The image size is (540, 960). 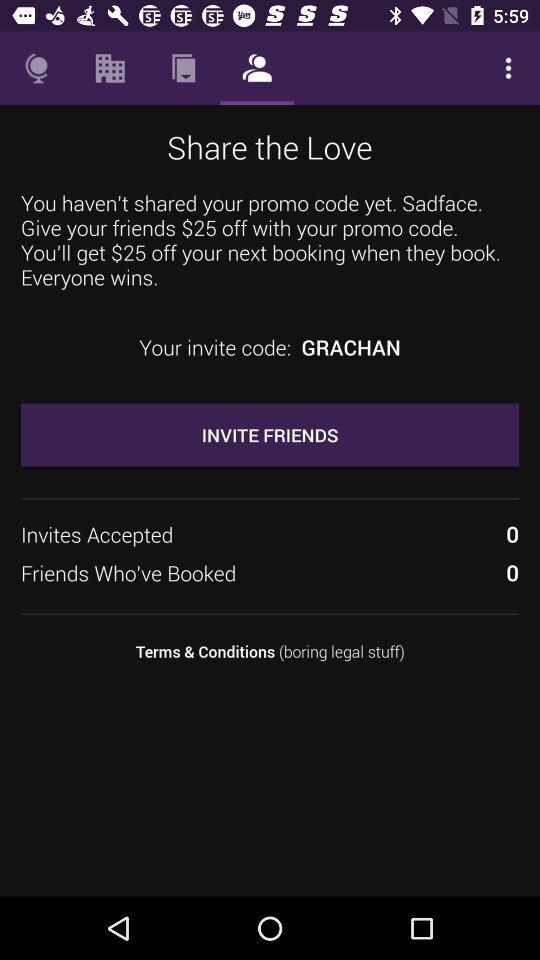 I want to click on the icon above you haven t item, so click(x=110, y=68).